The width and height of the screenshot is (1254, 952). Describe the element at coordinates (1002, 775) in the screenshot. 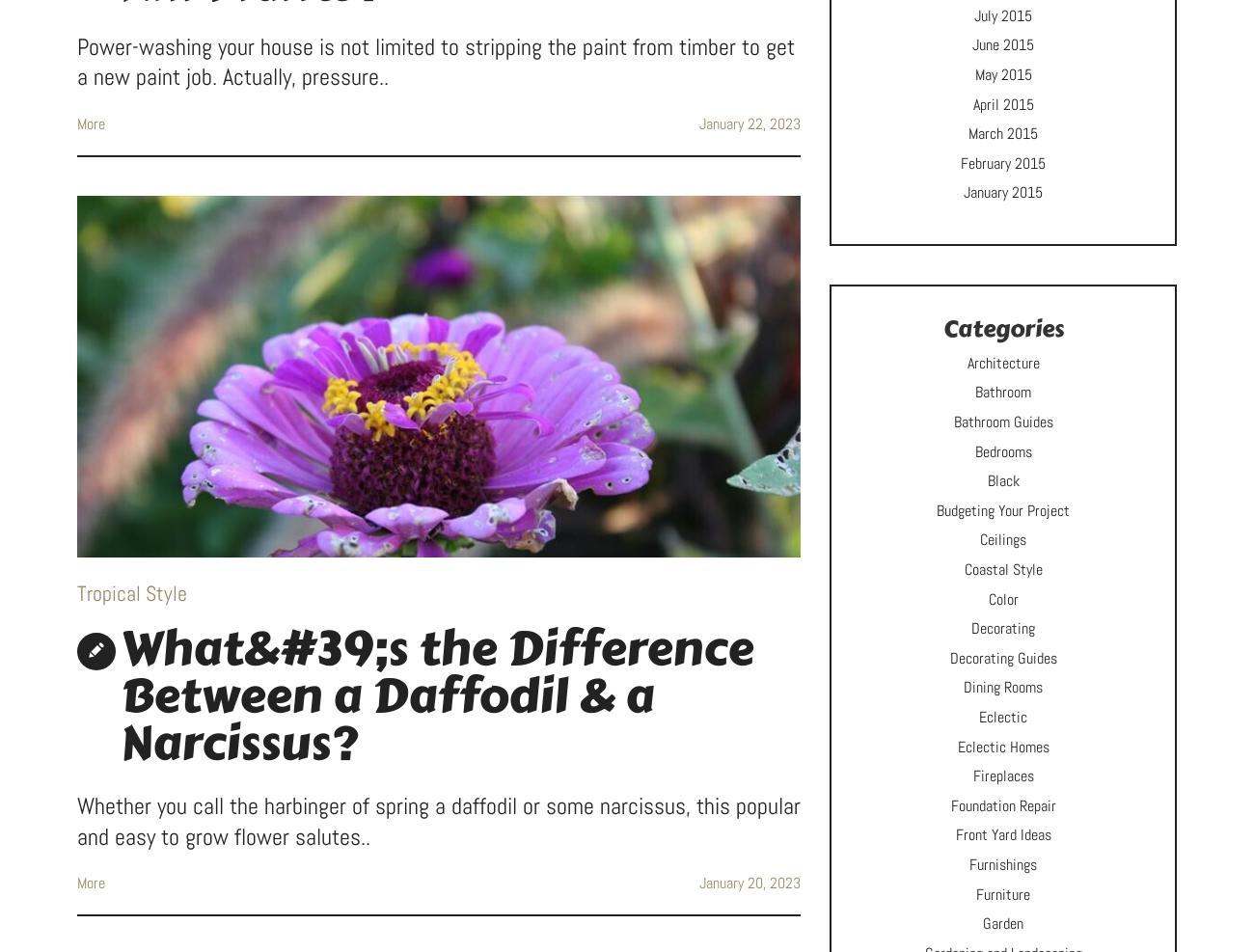

I see `'Fireplaces'` at that location.